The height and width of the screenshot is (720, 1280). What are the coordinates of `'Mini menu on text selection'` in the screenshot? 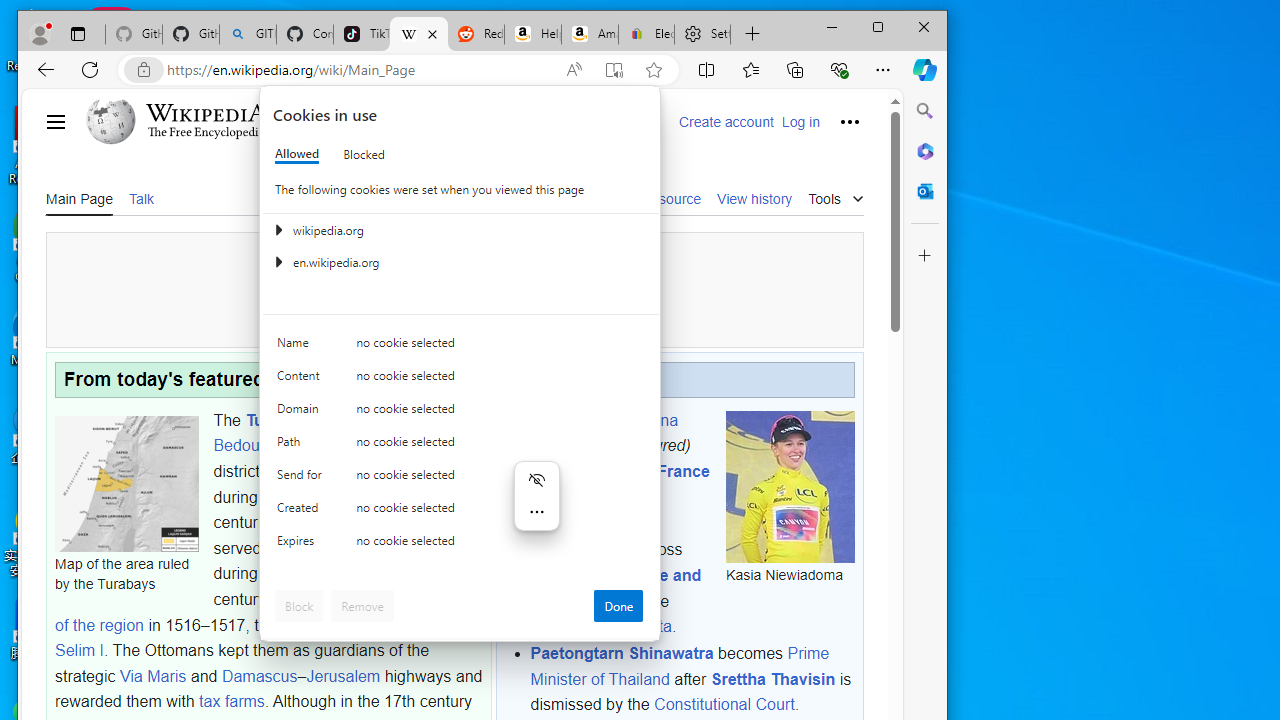 It's located at (536, 495).